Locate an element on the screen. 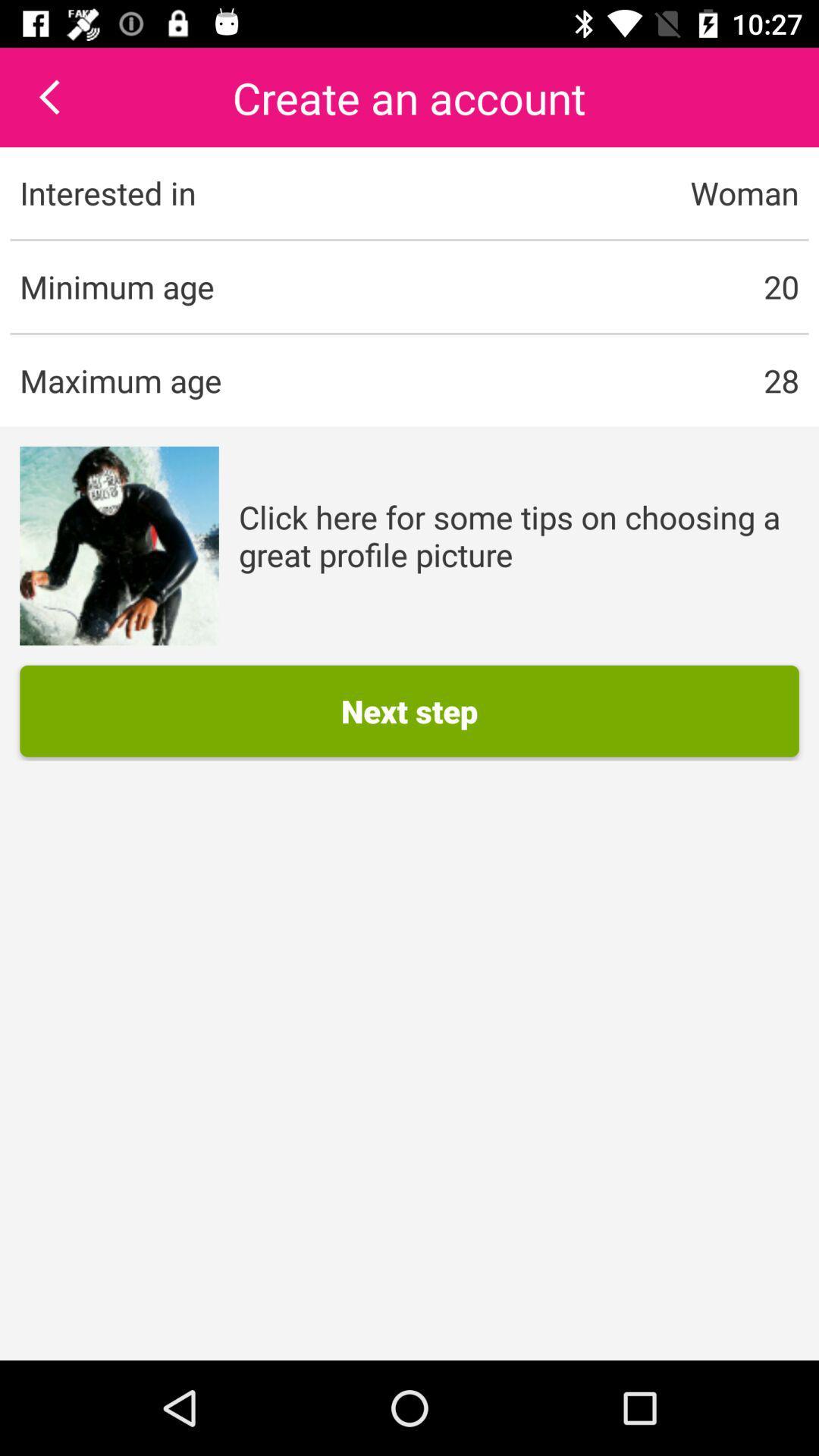 The width and height of the screenshot is (819, 1456). the image above next step is located at coordinates (118, 546).